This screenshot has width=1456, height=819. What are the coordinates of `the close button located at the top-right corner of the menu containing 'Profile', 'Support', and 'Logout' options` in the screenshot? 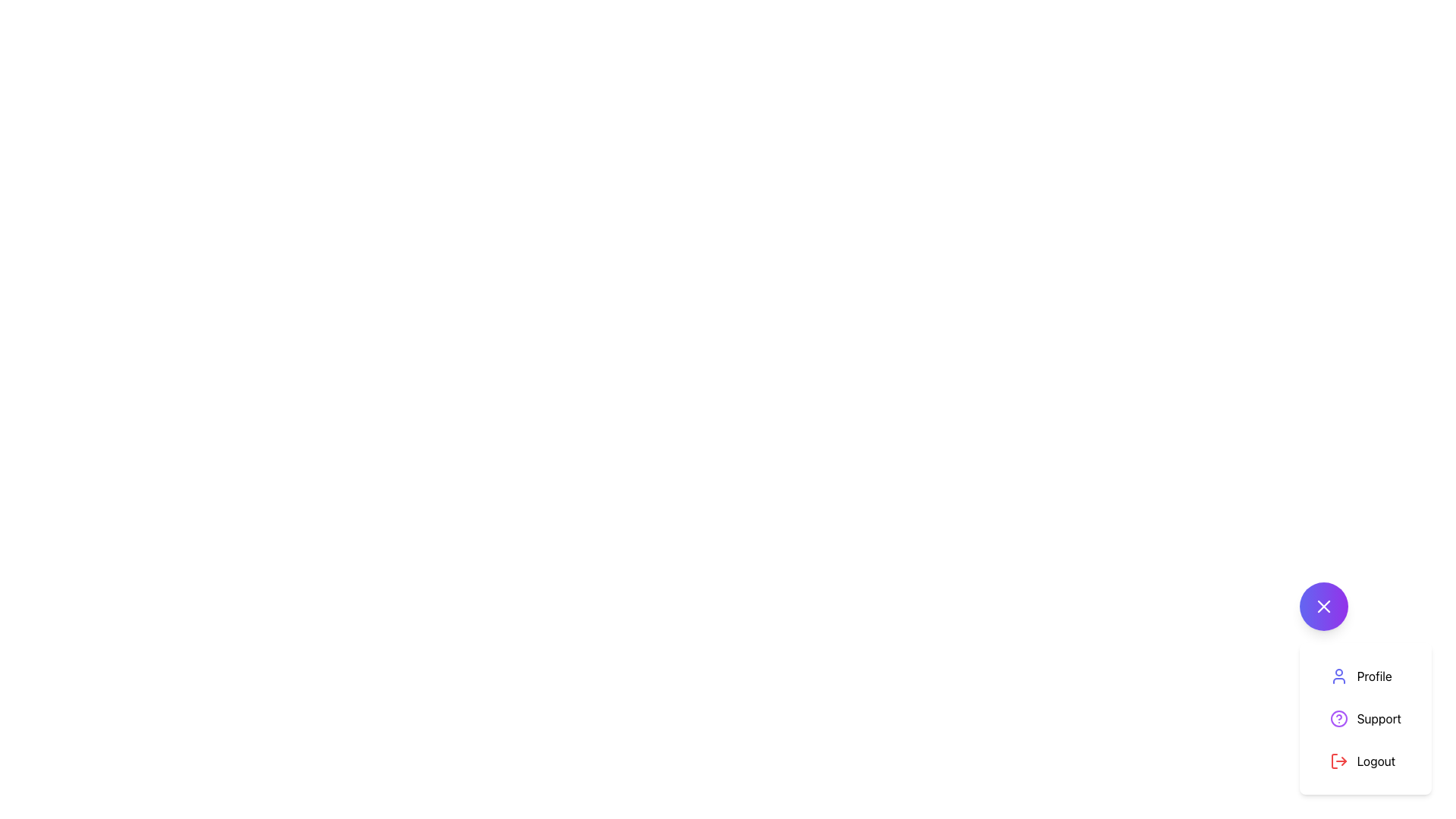 It's located at (1365, 688).